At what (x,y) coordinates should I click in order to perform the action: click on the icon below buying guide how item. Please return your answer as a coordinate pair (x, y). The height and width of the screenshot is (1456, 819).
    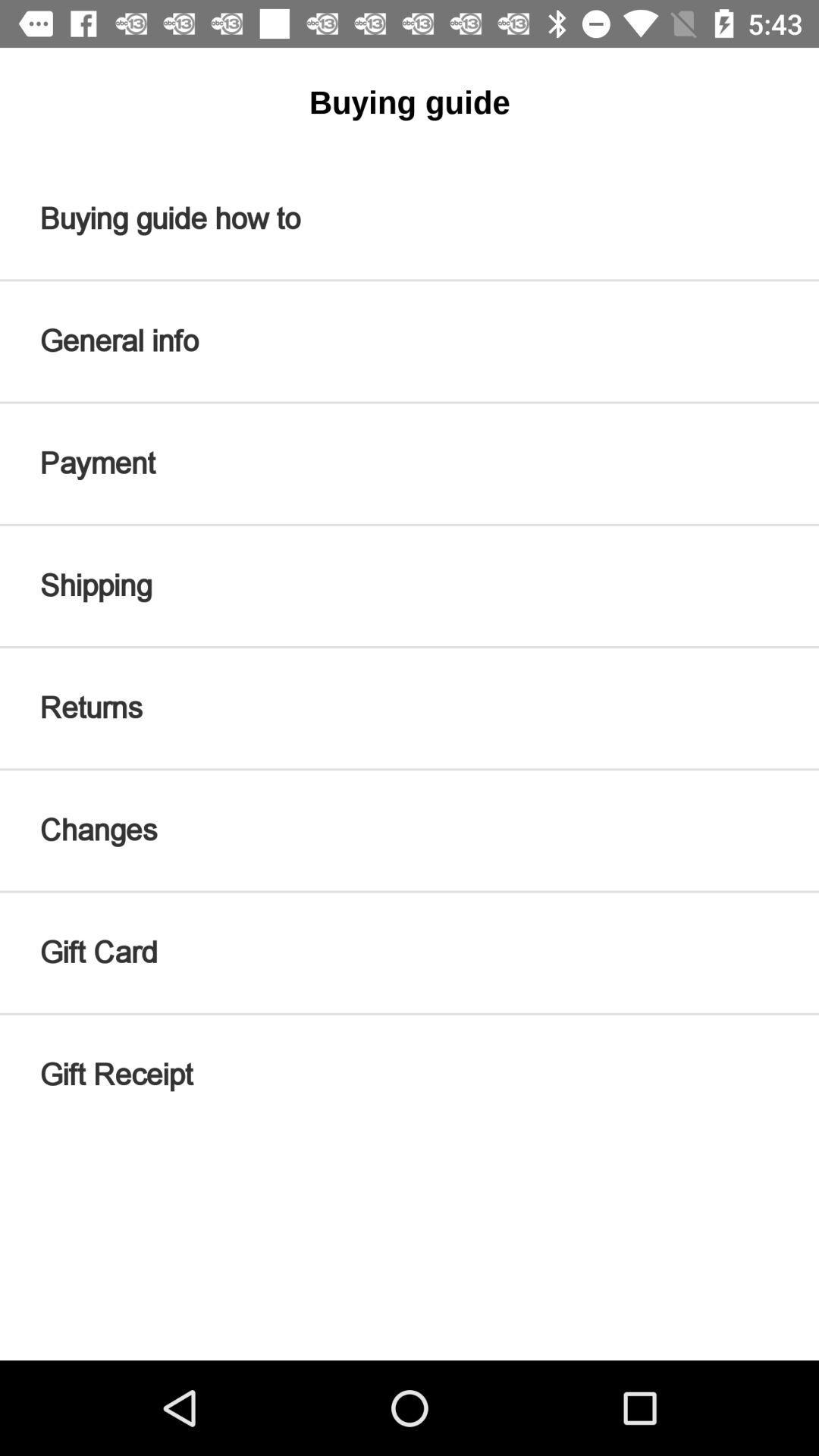
    Looking at the image, I should click on (409, 340).